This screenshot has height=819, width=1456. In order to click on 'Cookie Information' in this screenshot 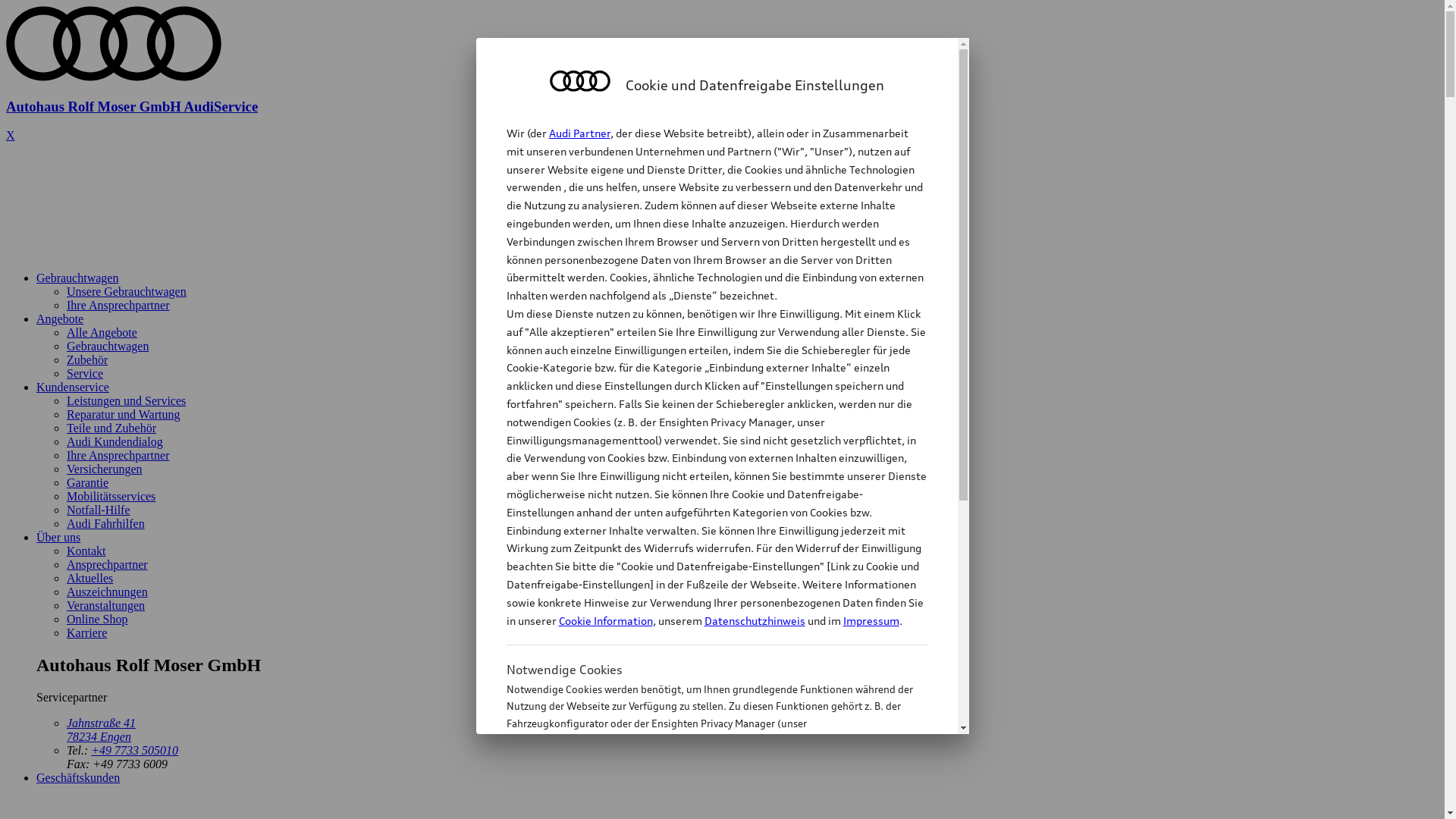, I will do `click(699, 798)`.